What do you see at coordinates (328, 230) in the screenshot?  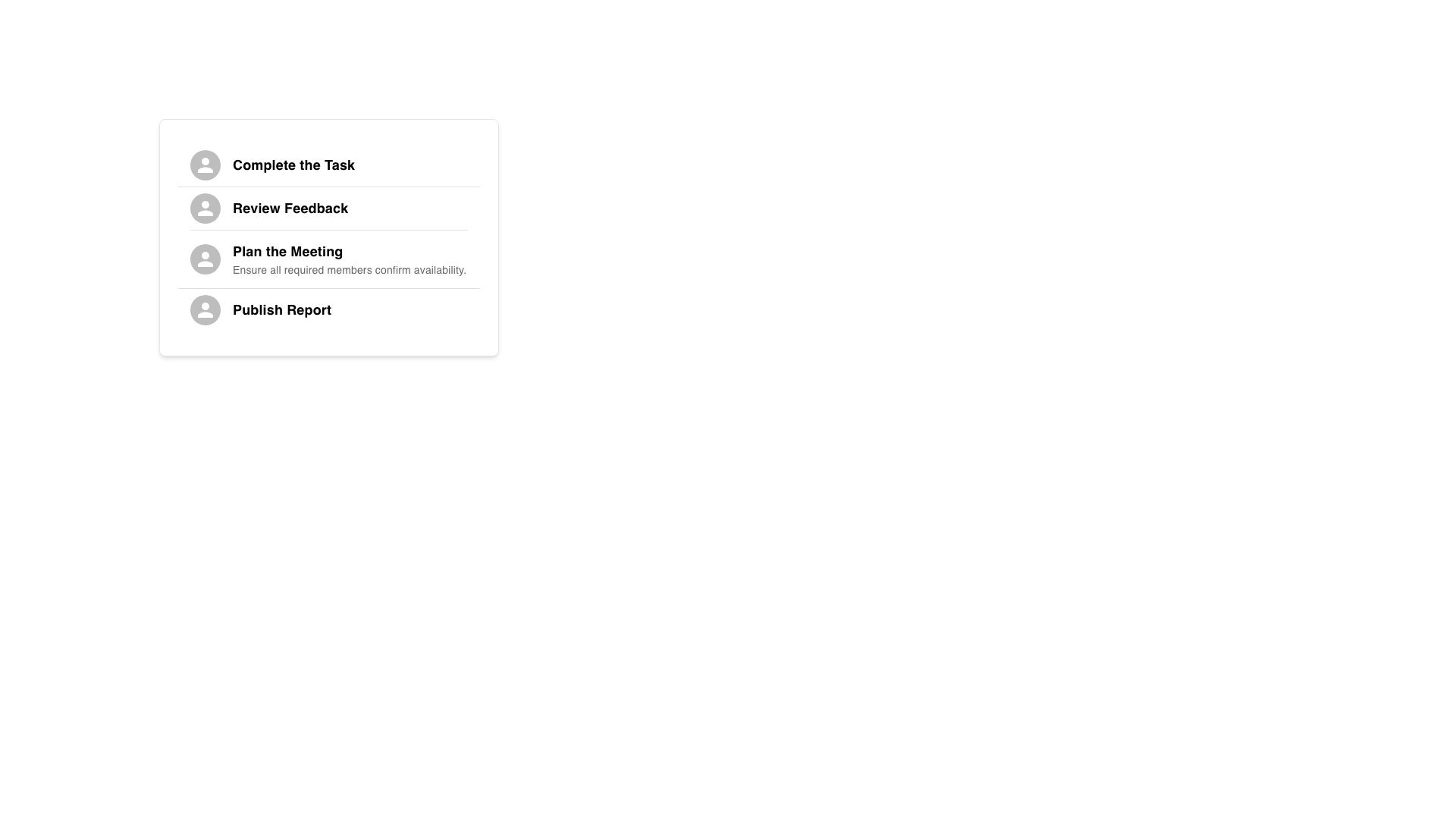 I see `the horizontal divider separating the 'Review Feedback' section from the 'Plan the Meeting' section in the list` at bounding box center [328, 230].